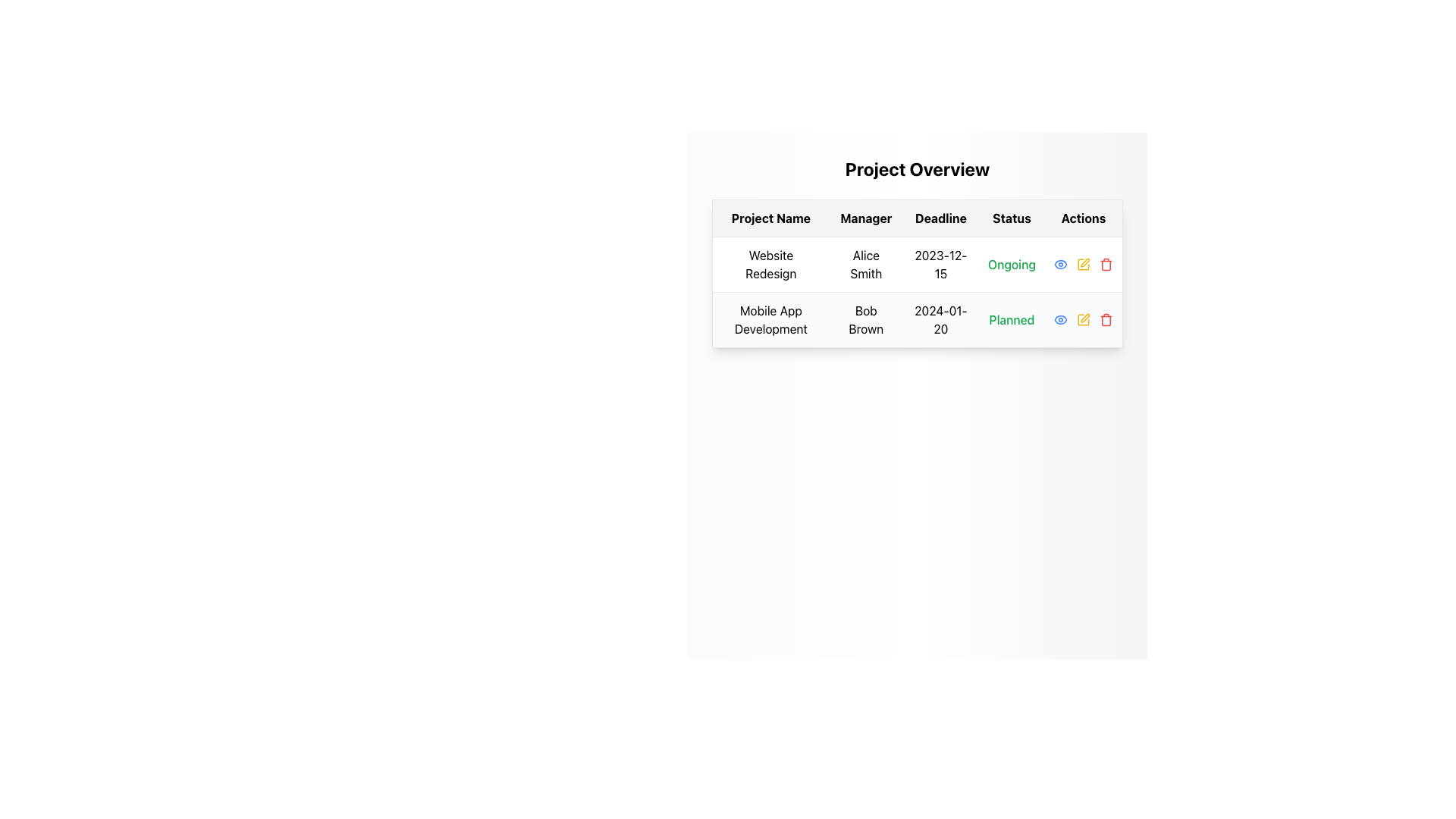 The width and height of the screenshot is (1456, 819). Describe the element at coordinates (866, 218) in the screenshot. I see `the 'Manager' column header in the table, which is the second column header positioned between 'Project Name' and 'Deadline'` at that location.